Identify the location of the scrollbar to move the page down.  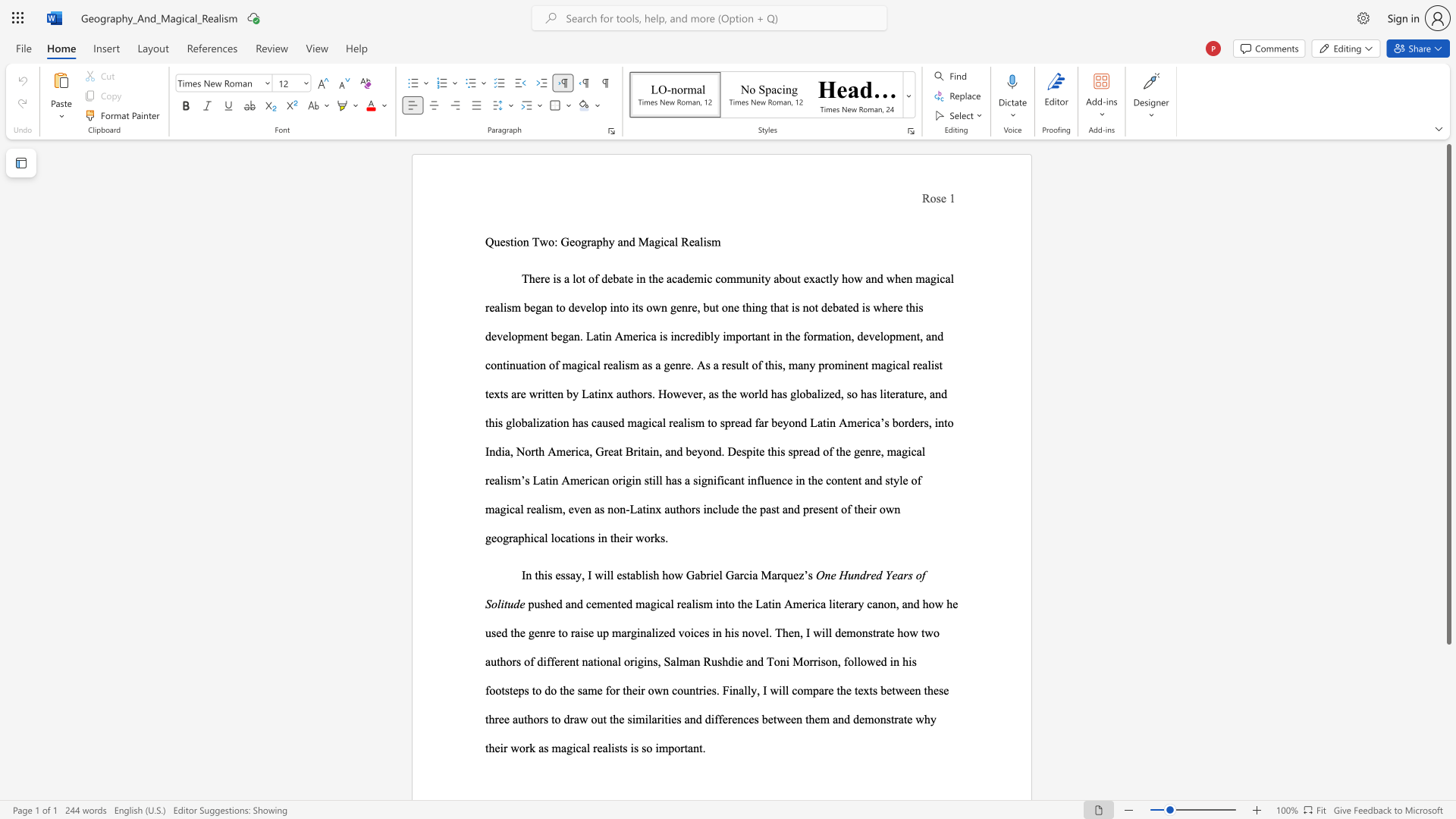
(1448, 734).